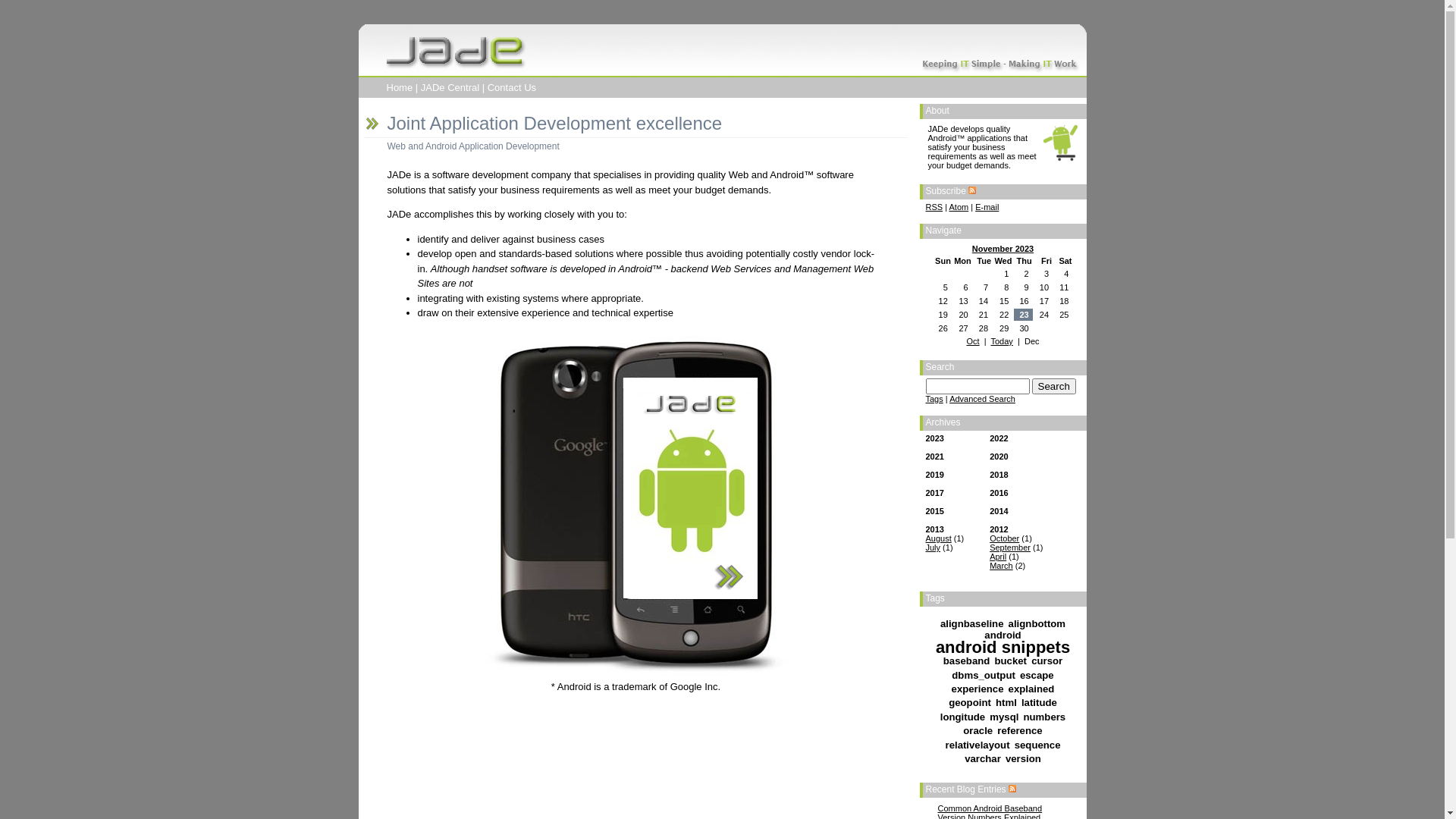 This screenshot has height=819, width=1456. What do you see at coordinates (1012, 789) in the screenshot?
I see `'RSS feed for Recent Blog Entries'` at bounding box center [1012, 789].